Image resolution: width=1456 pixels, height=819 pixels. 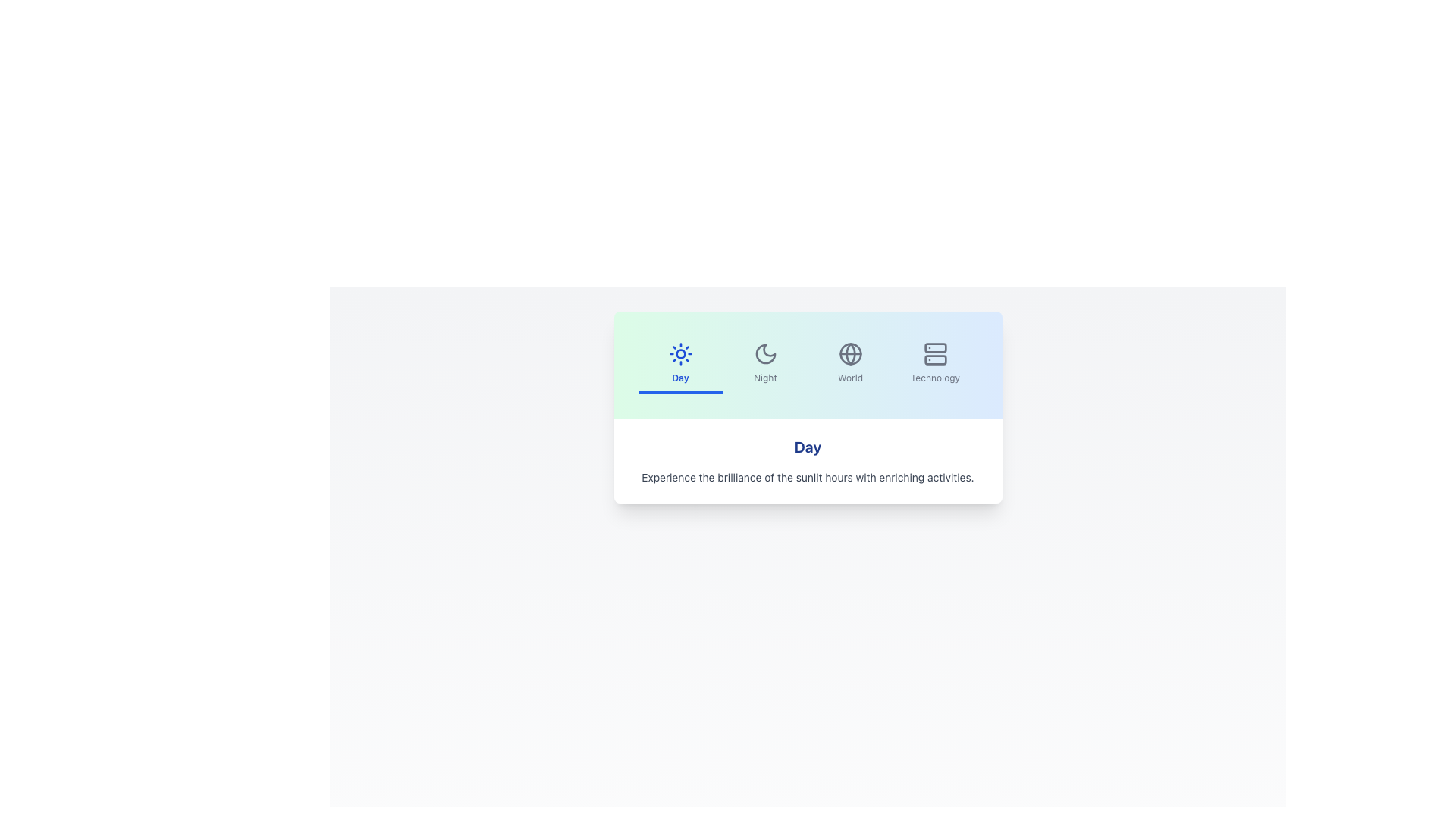 I want to click on the crescent-shaped moon icon, so click(x=765, y=353).